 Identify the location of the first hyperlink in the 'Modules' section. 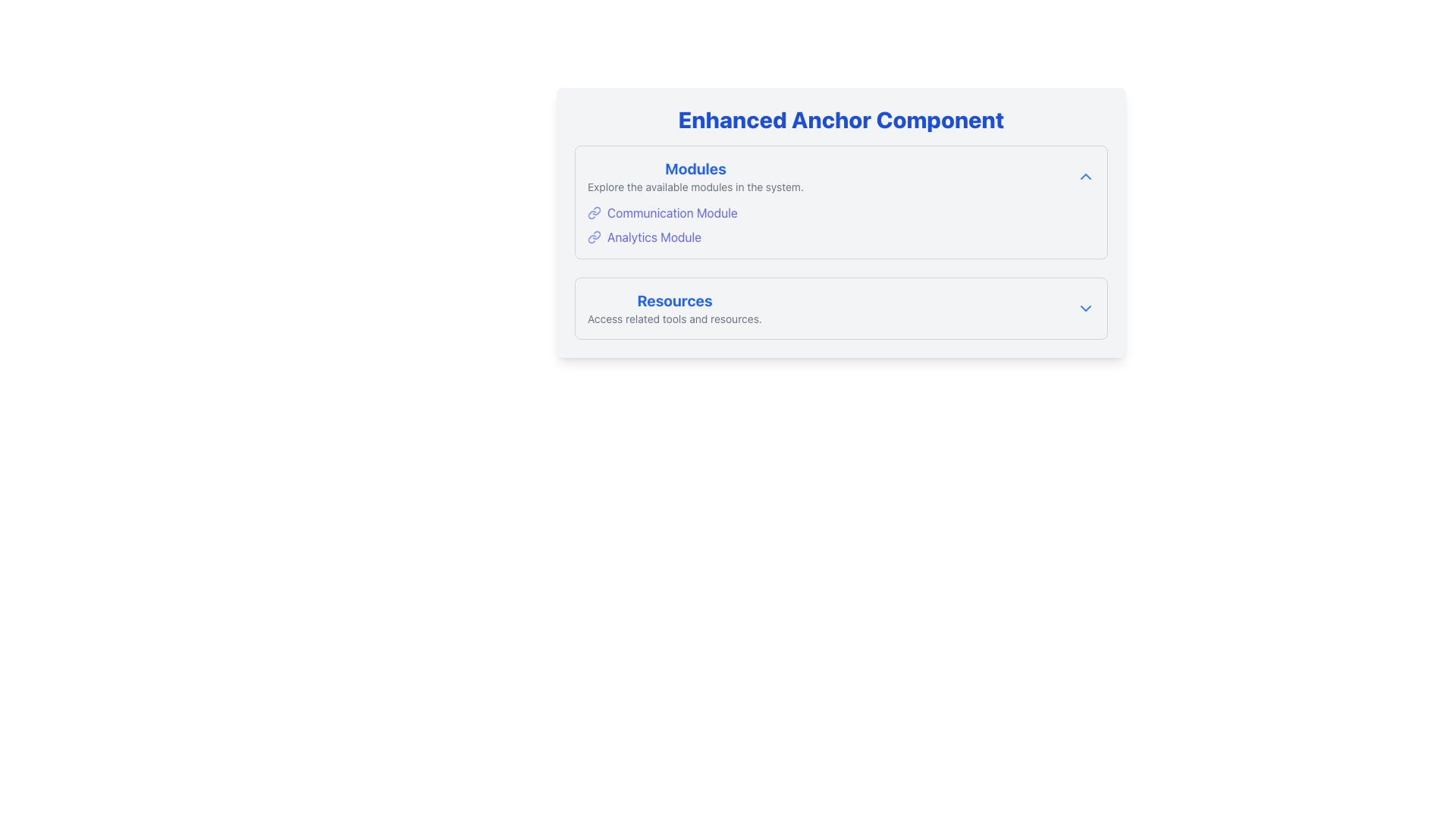
(840, 213).